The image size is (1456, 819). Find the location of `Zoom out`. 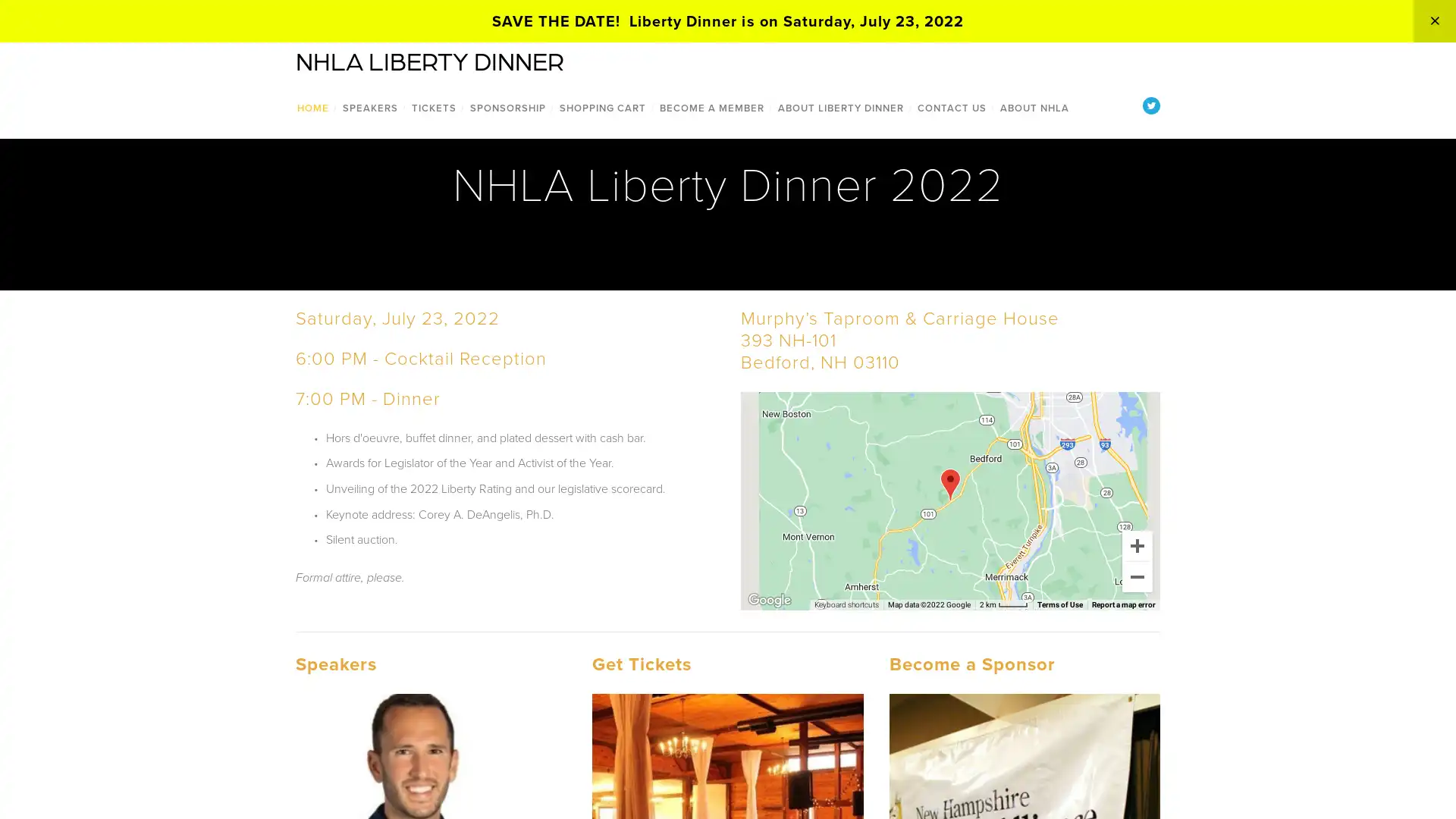

Zoom out is located at coordinates (1137, 576).